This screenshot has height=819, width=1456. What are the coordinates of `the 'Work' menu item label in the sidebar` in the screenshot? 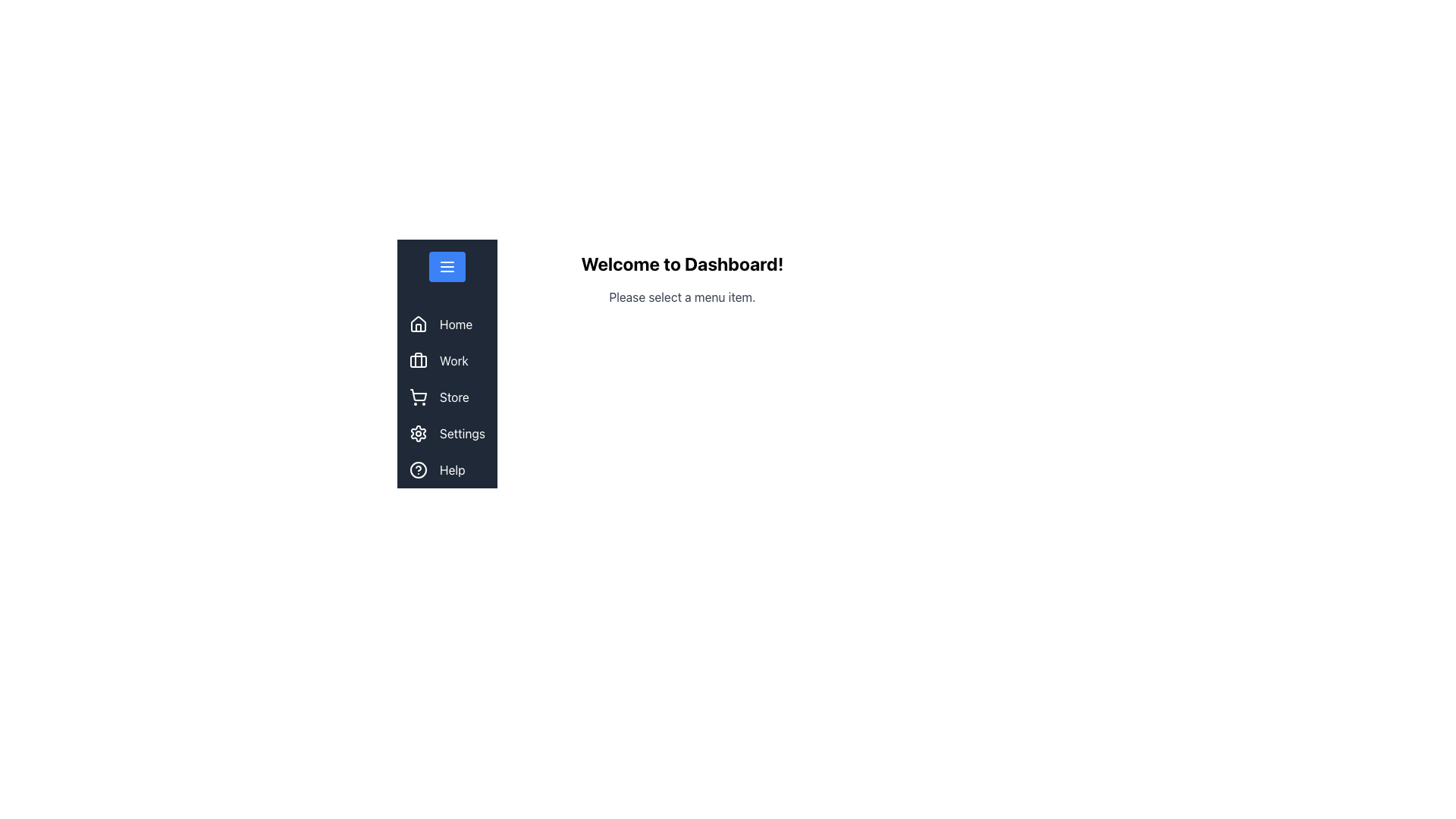 It's located at (453, 360).